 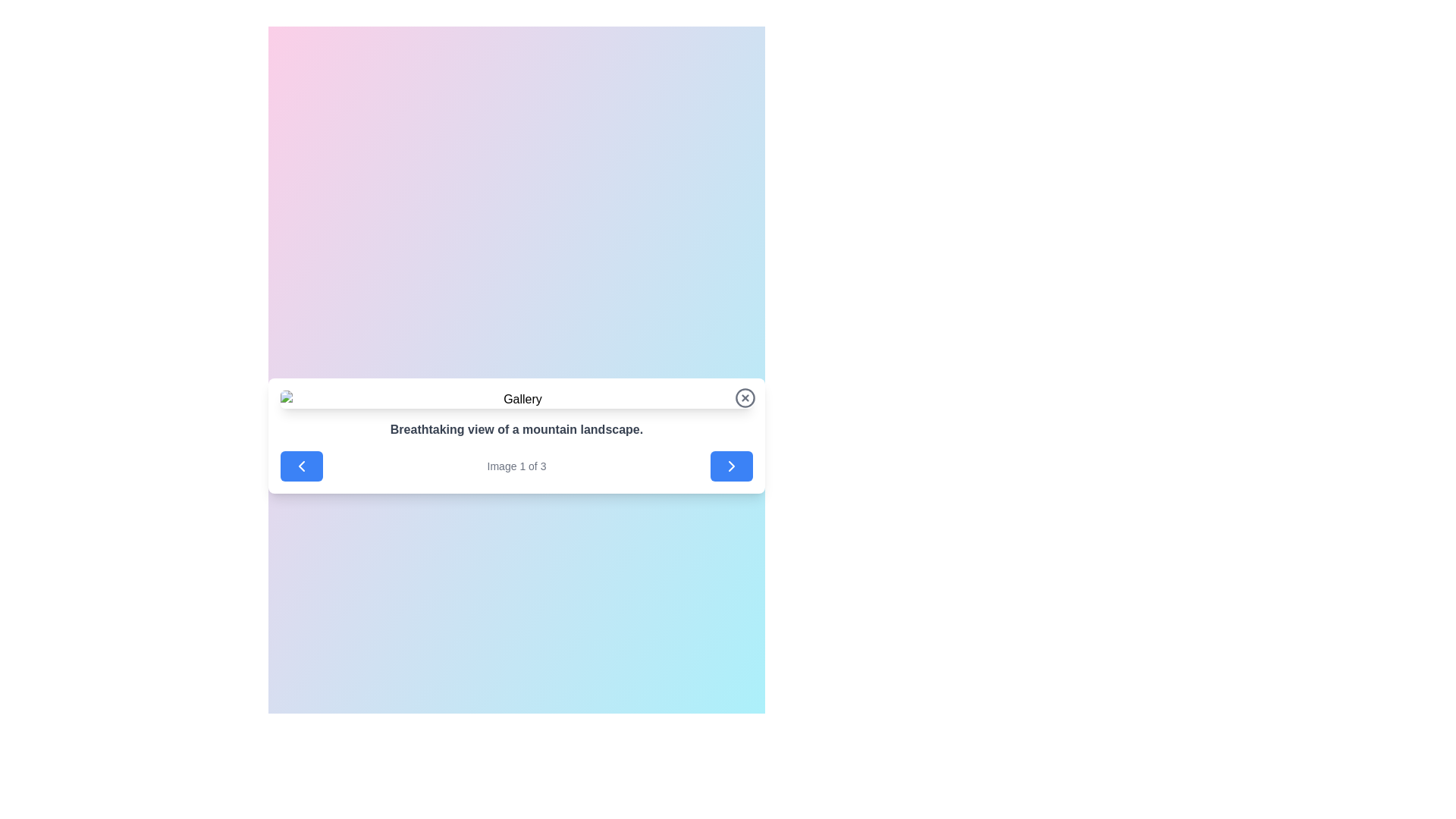 I want to click on the leftmost button that allows navigation to the previous image in a series, so click(x=302, y=465).